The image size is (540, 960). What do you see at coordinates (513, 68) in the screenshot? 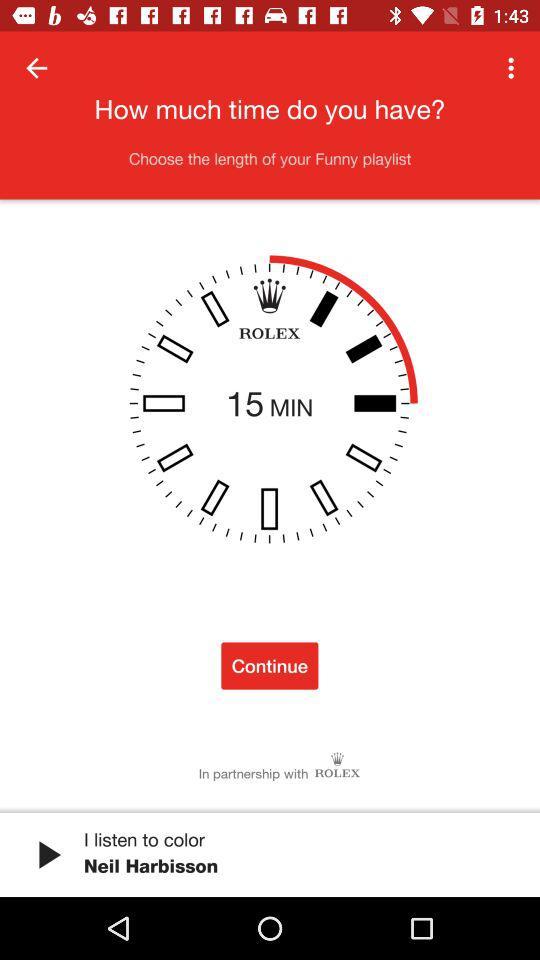
I see `the item at the top right corner` at bounding box center [513, 68].